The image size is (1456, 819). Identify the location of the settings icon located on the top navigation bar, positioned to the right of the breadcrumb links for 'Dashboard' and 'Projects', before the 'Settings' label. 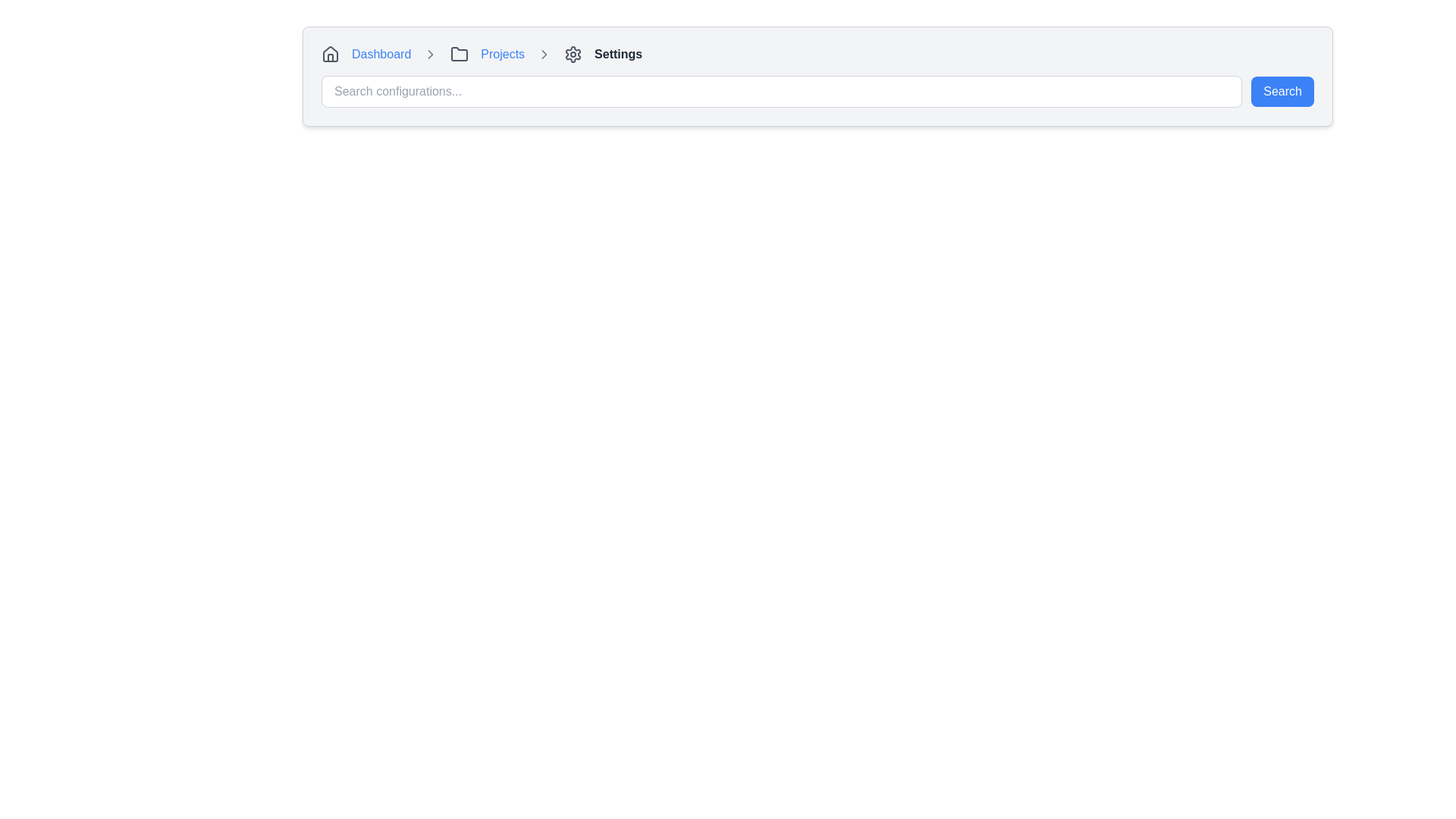
(573, 54).